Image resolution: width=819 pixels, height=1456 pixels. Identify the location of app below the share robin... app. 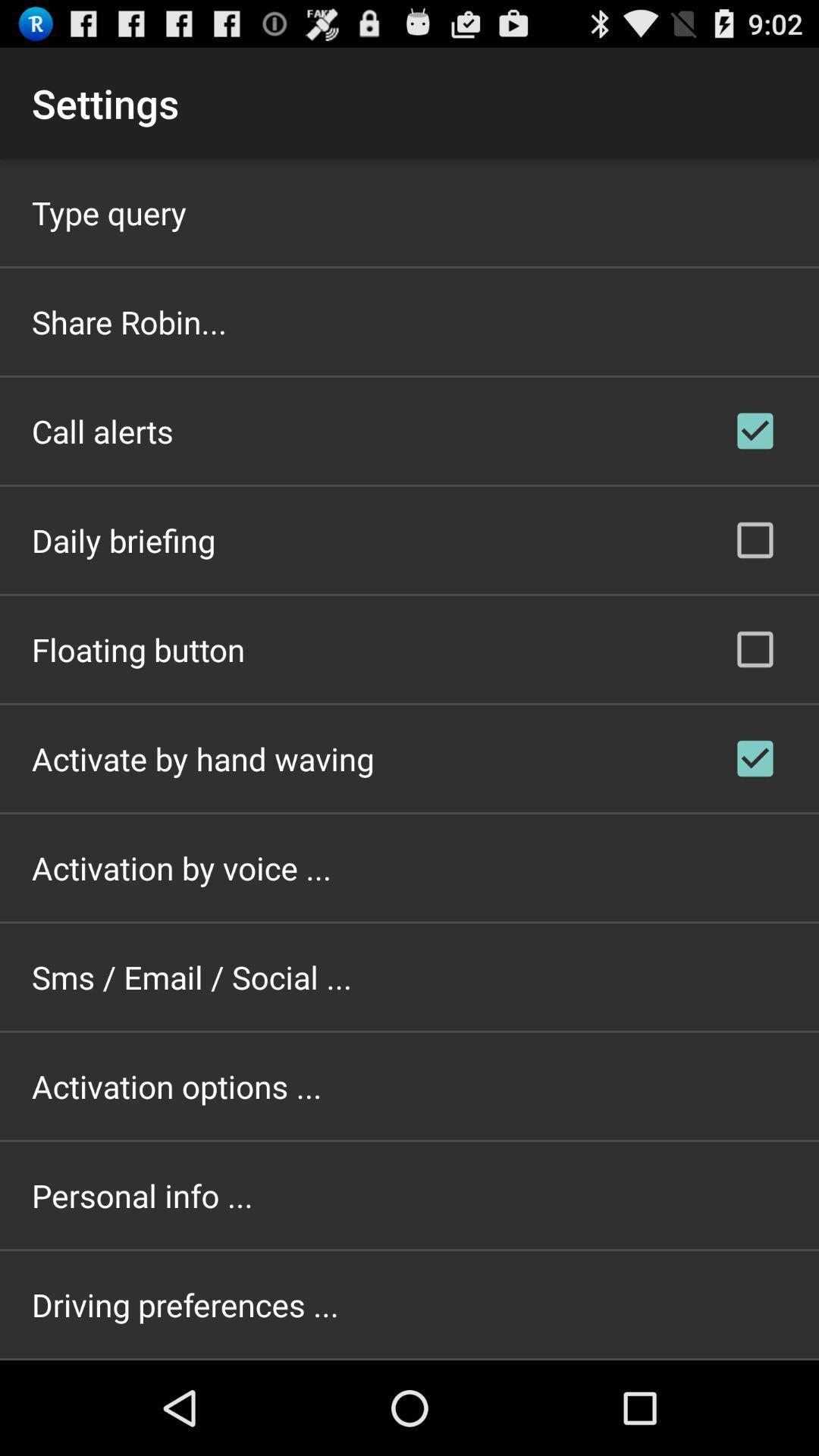
(102, 430).